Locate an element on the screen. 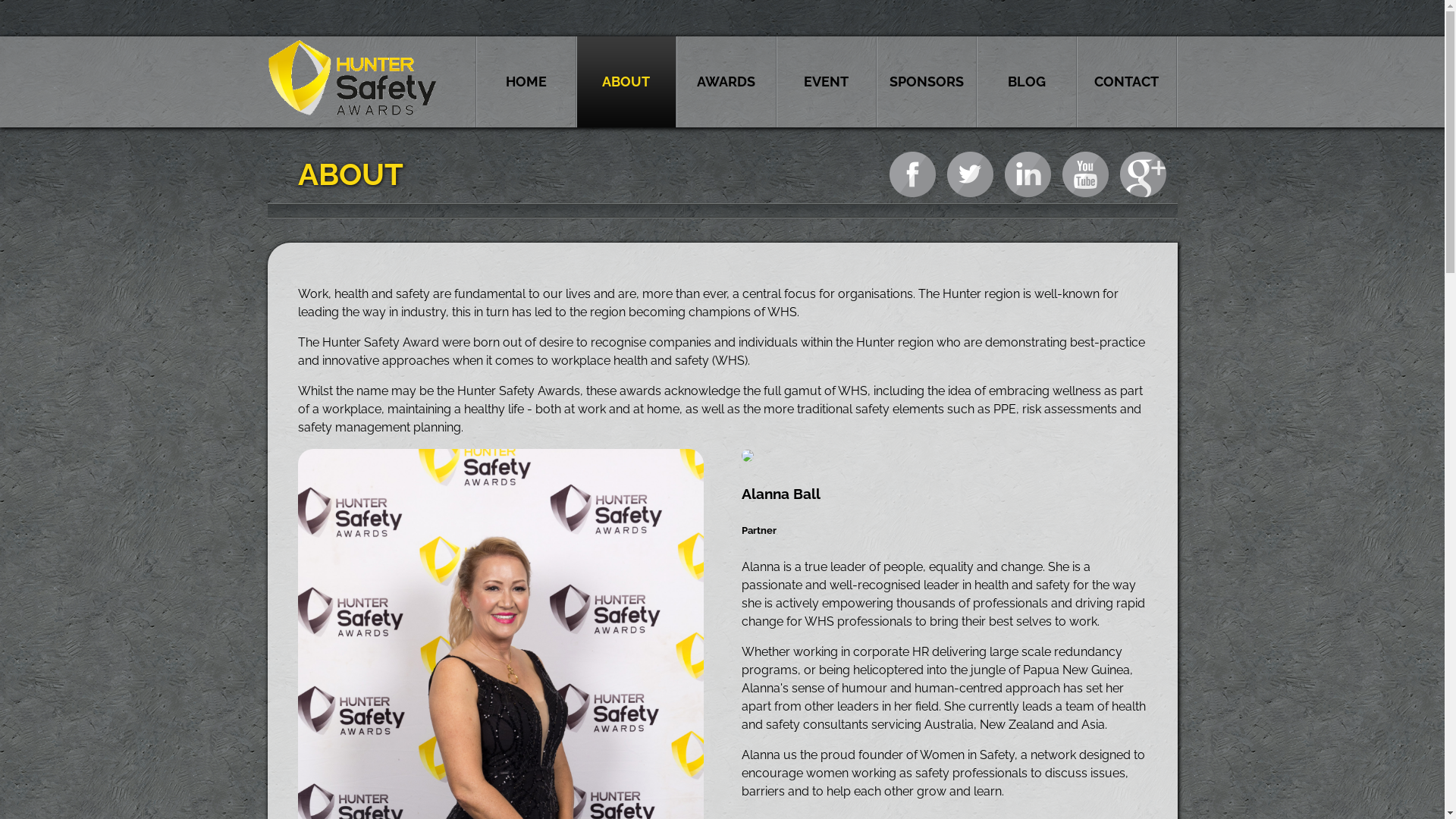 The height and width of the screenshot is (819, 1456). 'SPONSORS' is located at coordinates (924, 82).